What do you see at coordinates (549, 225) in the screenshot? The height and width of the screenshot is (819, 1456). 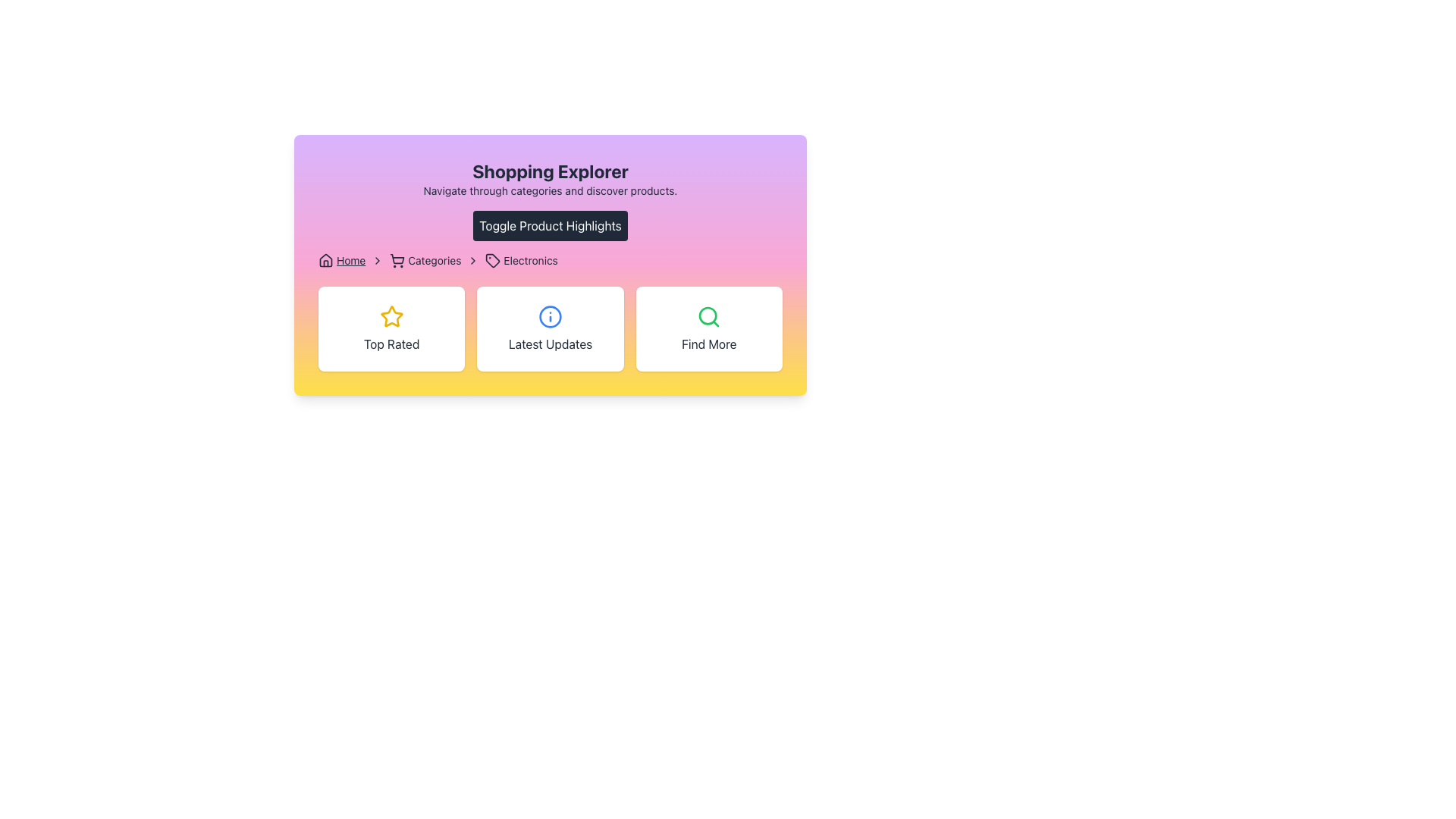 I see `the button that toggles the visibility of product highlights, located beneath 'Shopping Explorer' and above the navigation breadcrumb` at bounding box center [549, 225].